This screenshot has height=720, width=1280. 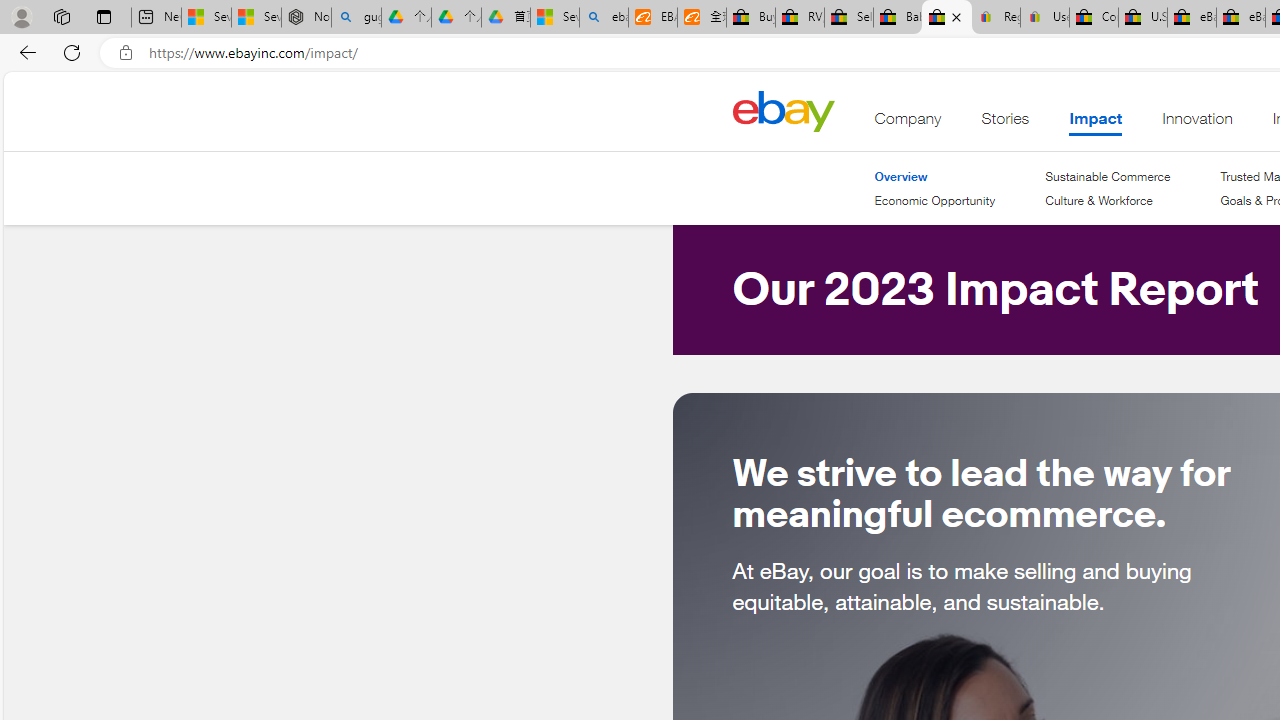 I want to click on 'Stories', so click(x=1005, y=123).